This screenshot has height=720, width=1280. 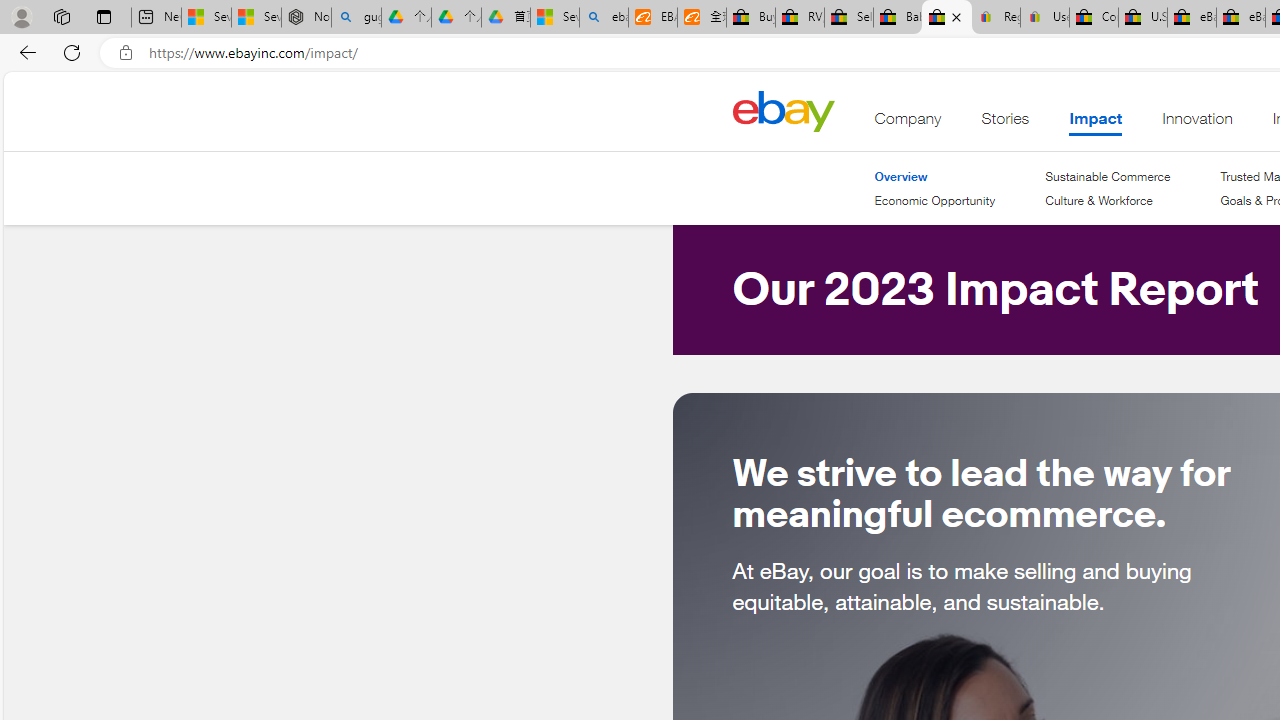 I want to click on 'Stories', so click(x=1005, y=123).